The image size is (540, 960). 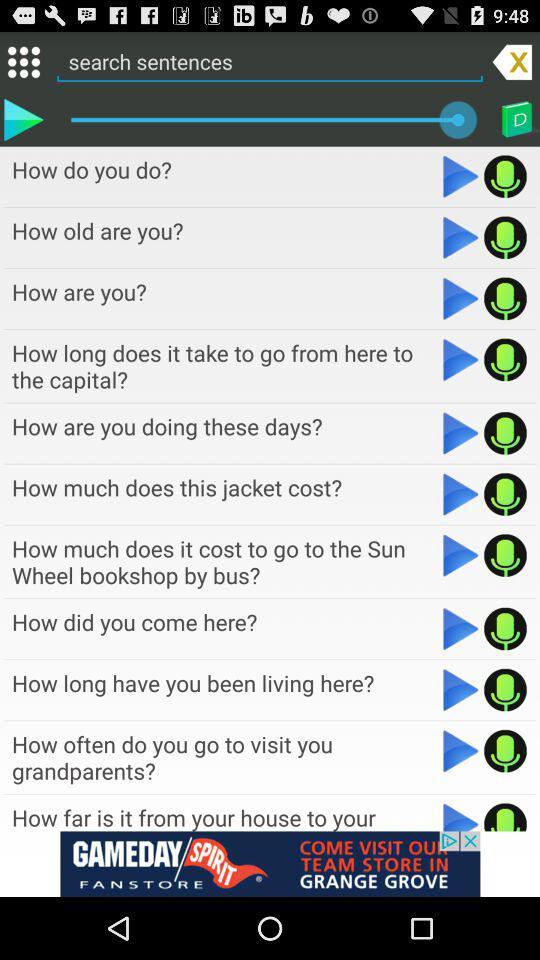 What do you see at coordinates (504, 555) in the screenshot?
I see `audio button click` at bounding box center [504, 555].